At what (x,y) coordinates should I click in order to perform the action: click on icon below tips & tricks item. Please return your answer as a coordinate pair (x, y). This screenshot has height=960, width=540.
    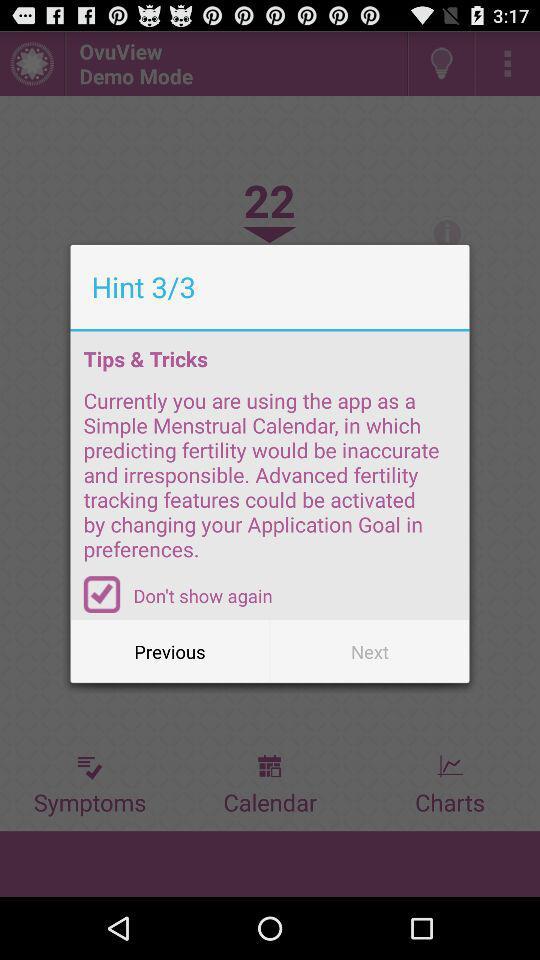
    Looking at the image, I should click on (270, 480).